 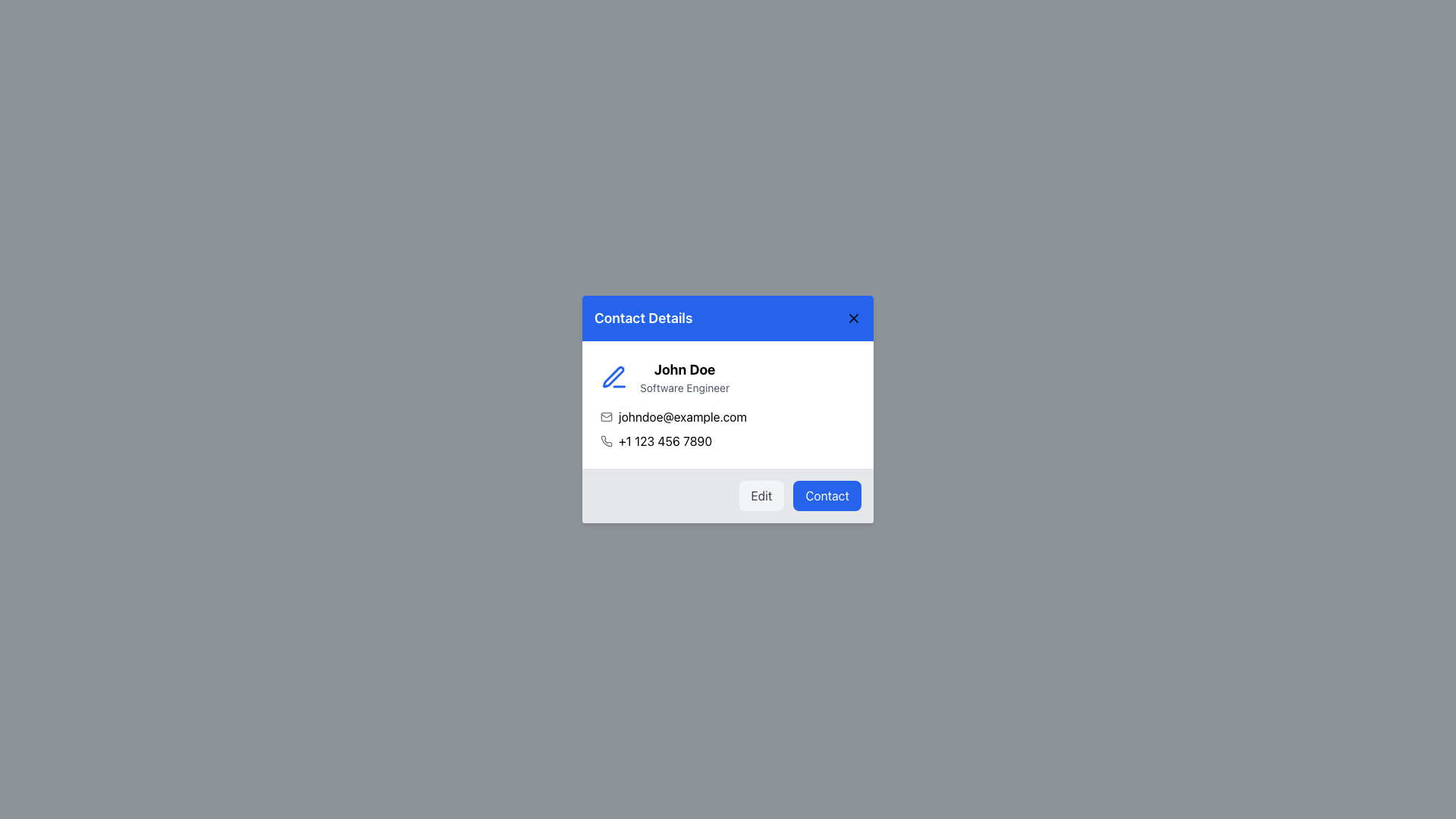 What do you see at coordinates (684, 376) in the screenshot?
I see `text displayed in the multi-line Text display element that contains the name and title of the contact person, located centrally within the modal dialog, right of the pencil icon and above the email and phone number details` at bounding box center [684, 376].